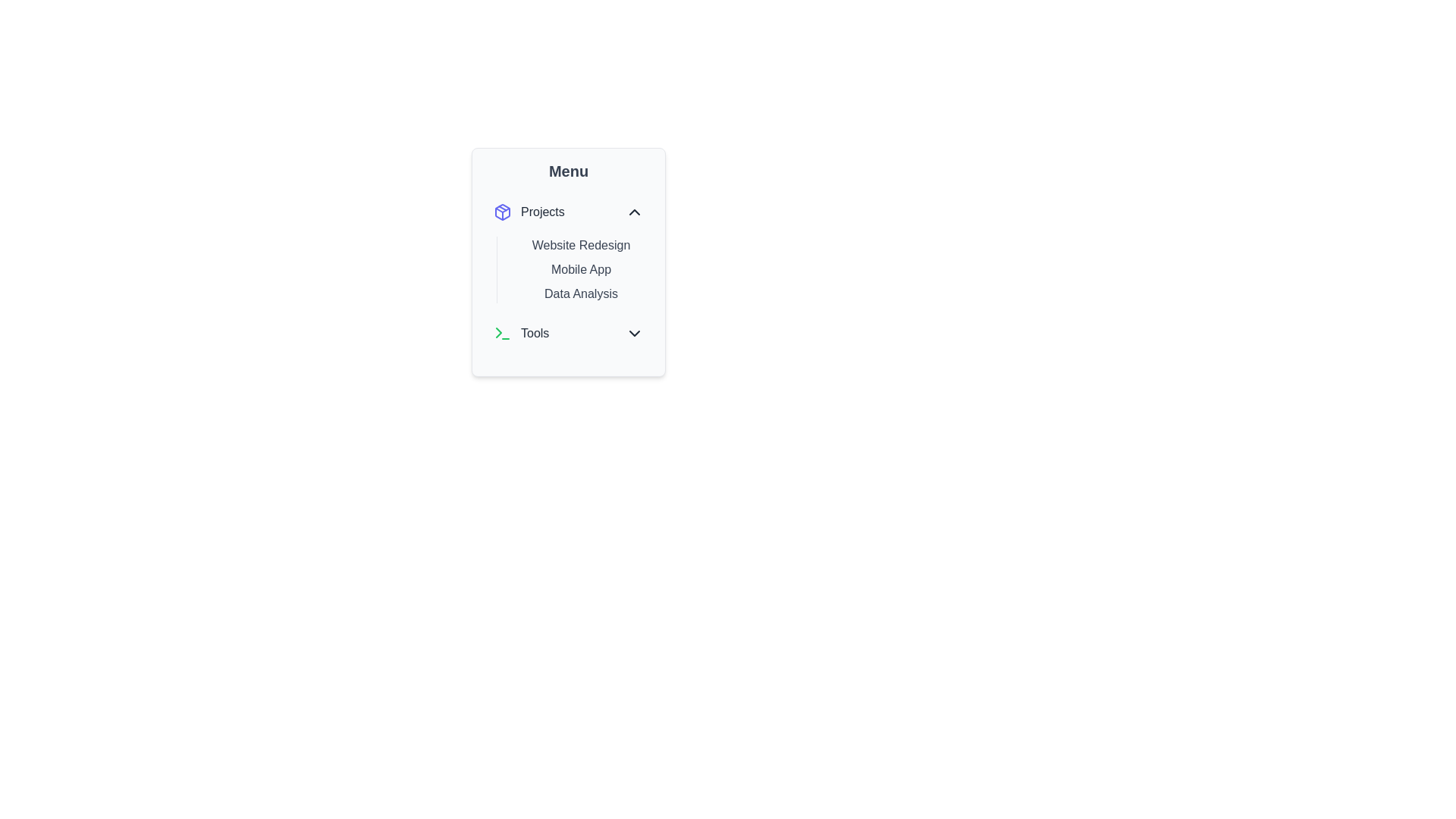 The width and height of the screenshot is (1456, 819). I want to click on the 'Data Analysis' text-based link, which is the third option in the vertical list under the 'Projects' section, so click(580, 294).